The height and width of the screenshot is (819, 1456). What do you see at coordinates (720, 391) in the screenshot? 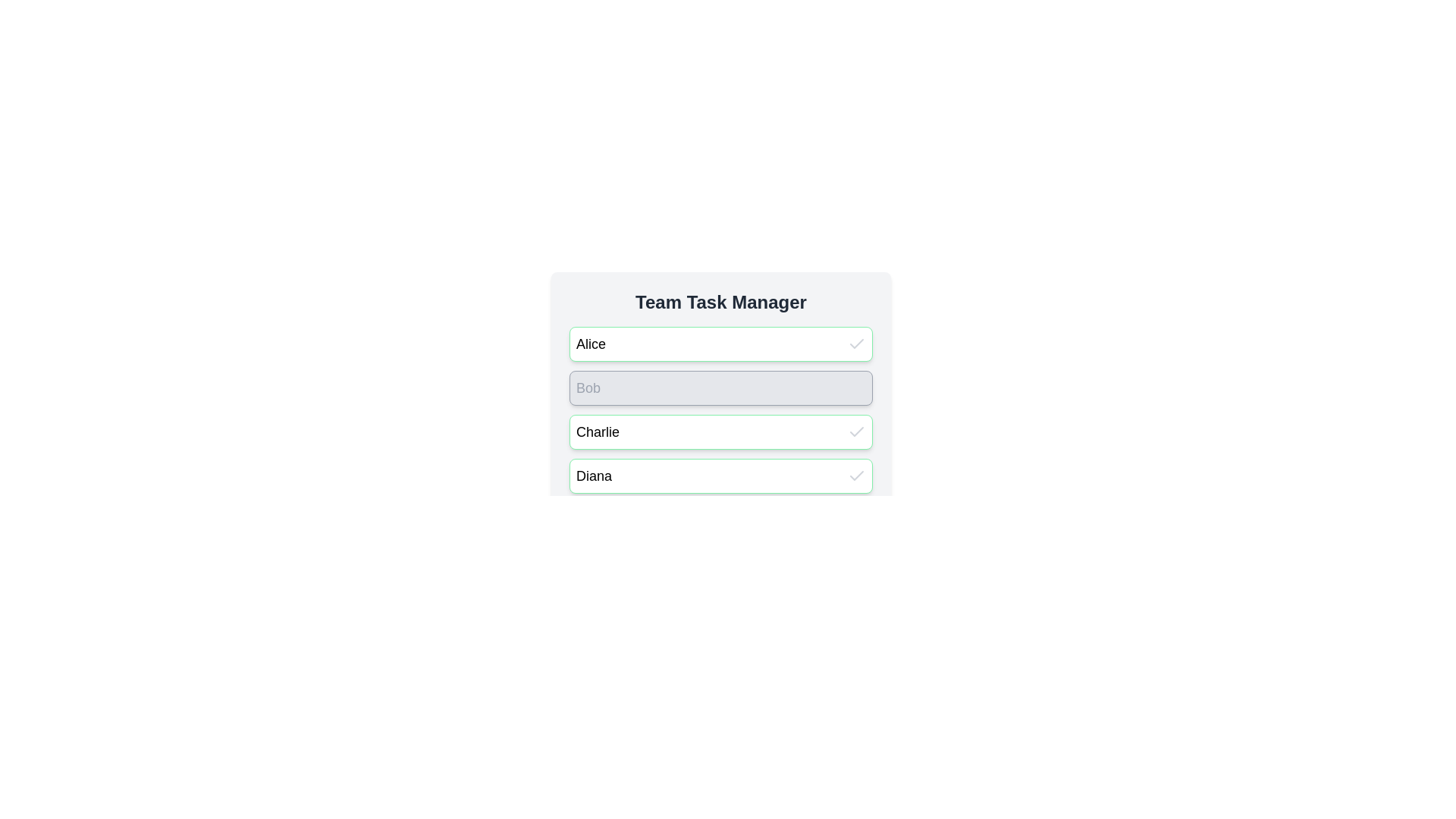
I see `the list item representing 'Bob' in the Team Task Manager, which is the second item in a vertical list of tasks` at bounding box center [720, 391].